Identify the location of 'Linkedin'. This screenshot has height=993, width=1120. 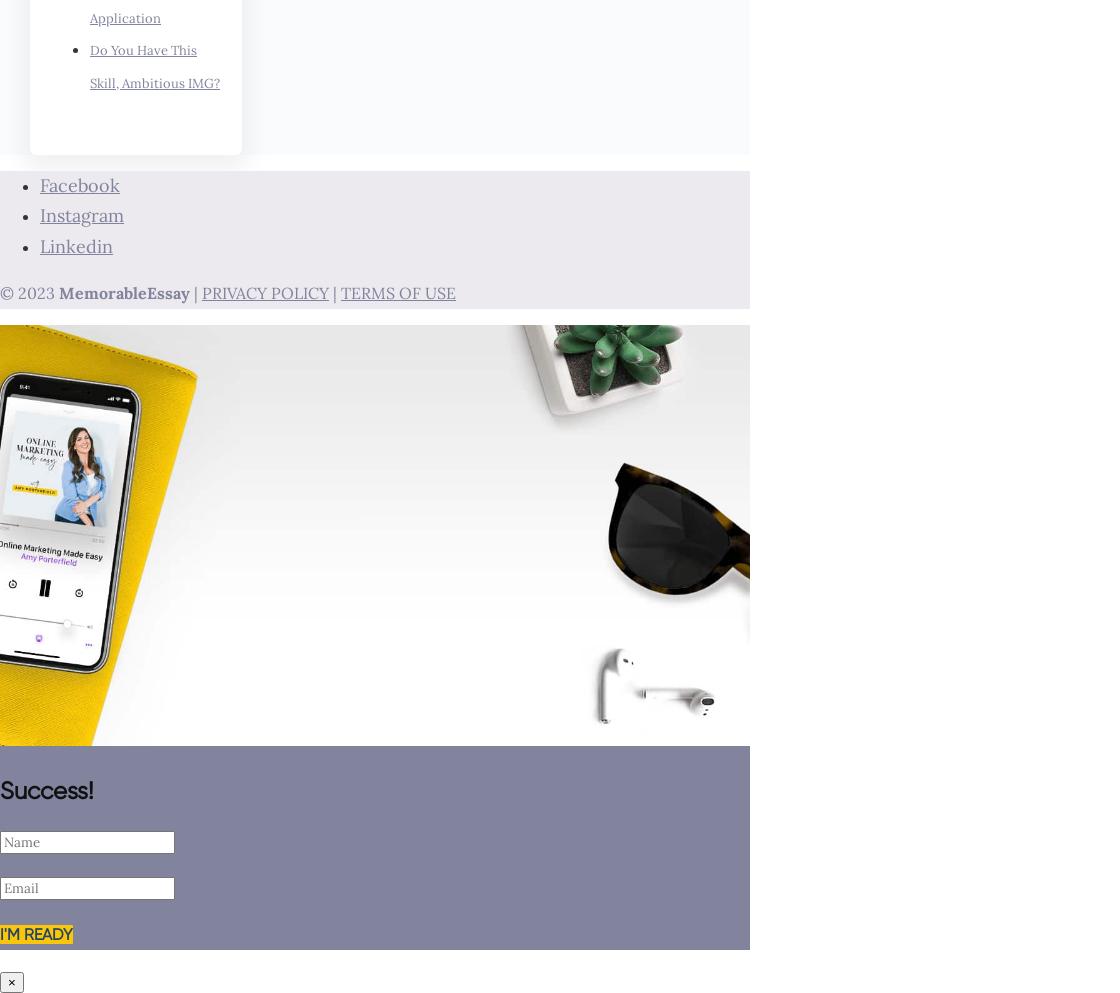
(76, 244).